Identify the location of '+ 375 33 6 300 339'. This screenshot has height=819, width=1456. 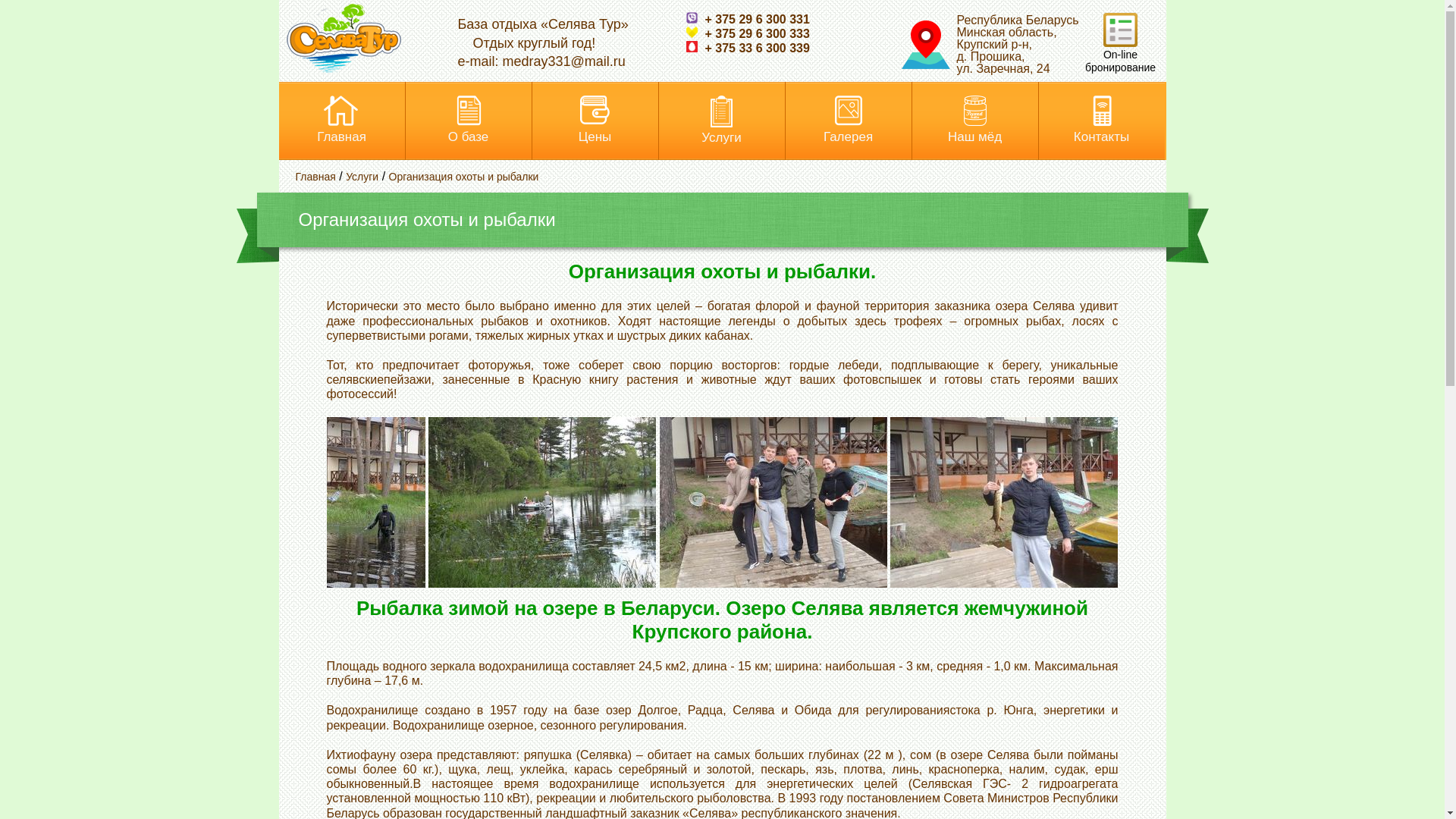
(747, 47).